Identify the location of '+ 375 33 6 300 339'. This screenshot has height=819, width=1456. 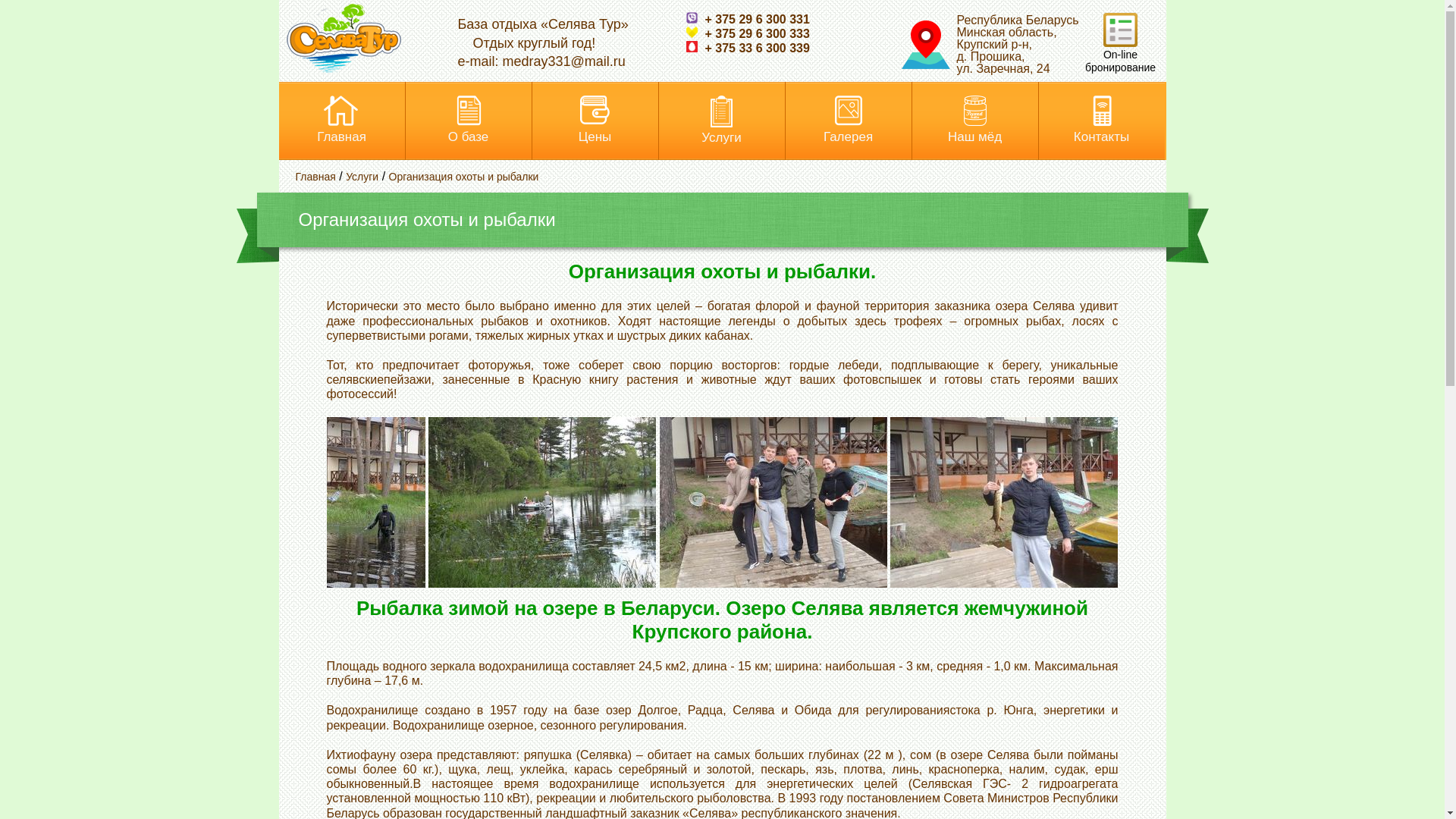
(747, 47).